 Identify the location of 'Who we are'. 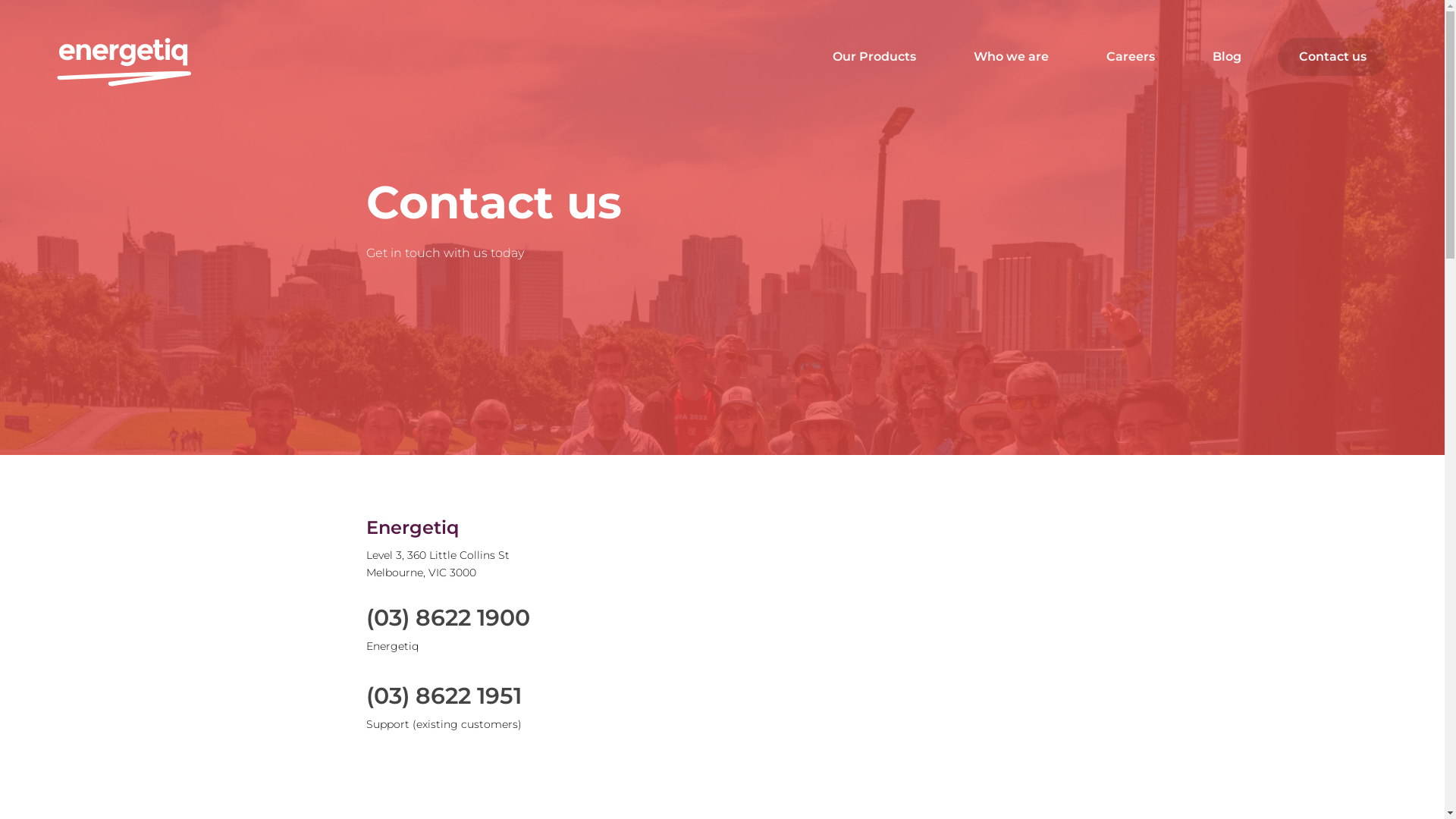
(1011, 55).